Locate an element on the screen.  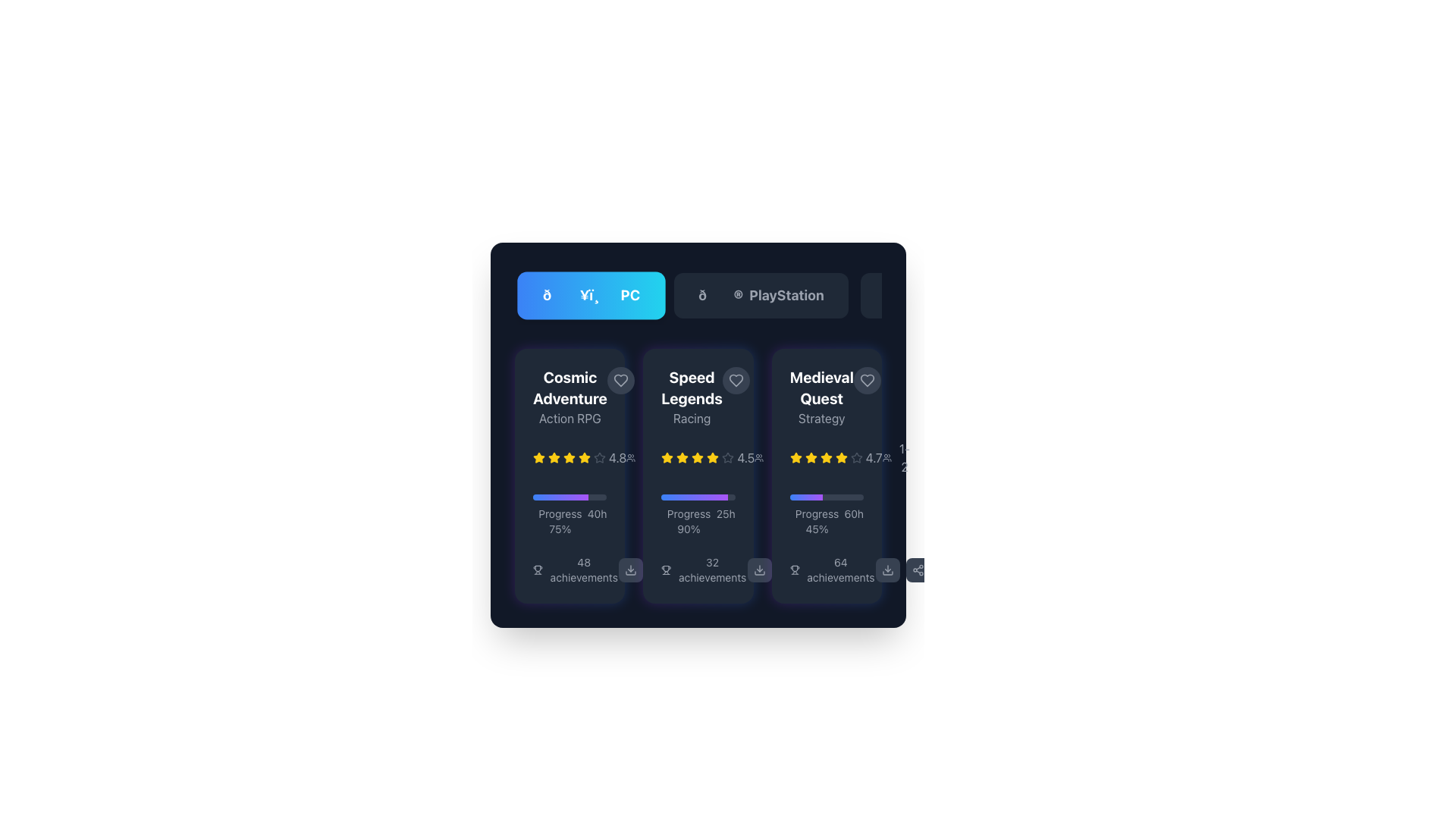
text label at the top-center of the second card which identifies the game and its genre is located at coordinates (691, 397).